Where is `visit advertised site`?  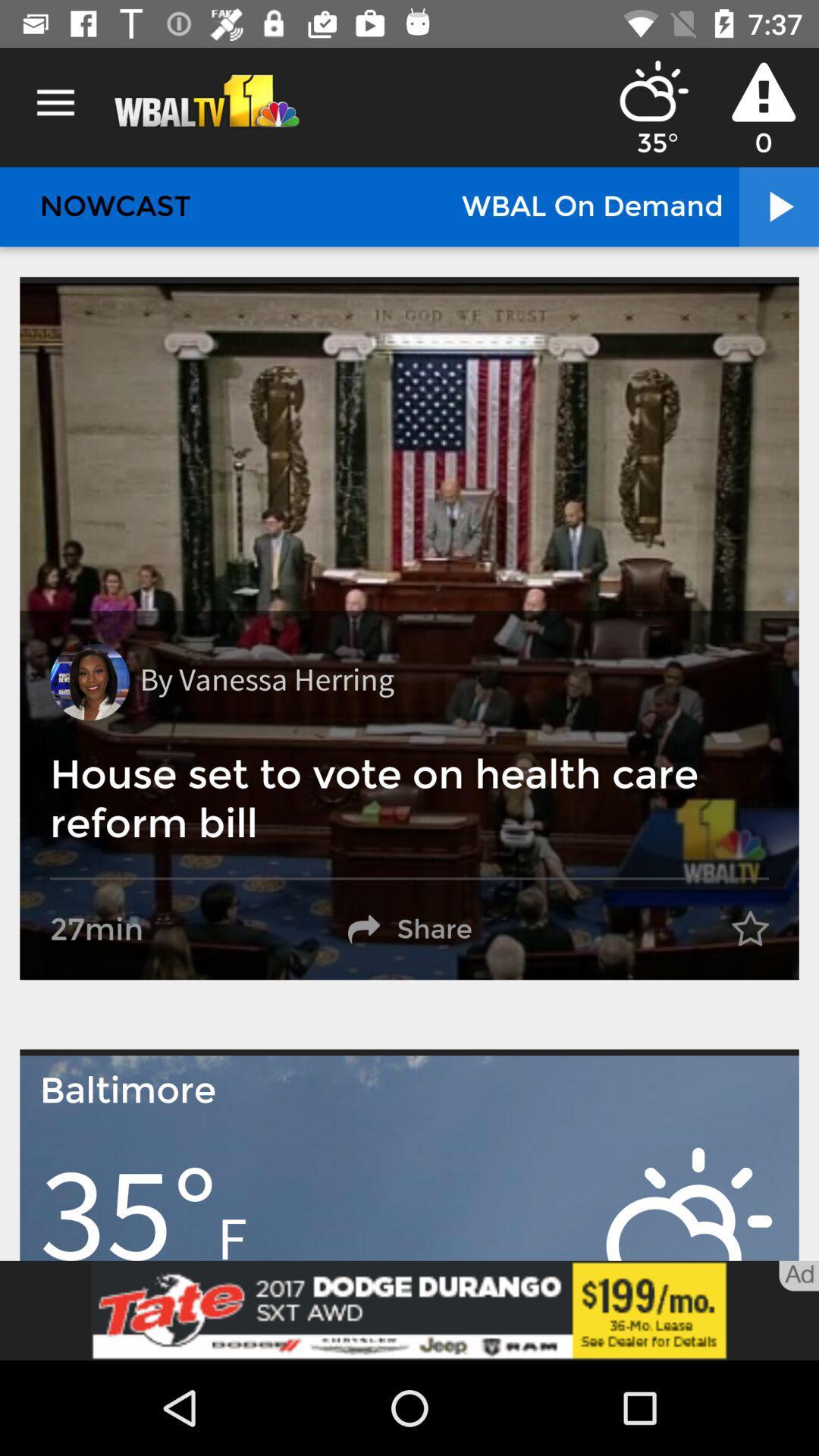
visit advertised site is located at coordinates (409, 1310).